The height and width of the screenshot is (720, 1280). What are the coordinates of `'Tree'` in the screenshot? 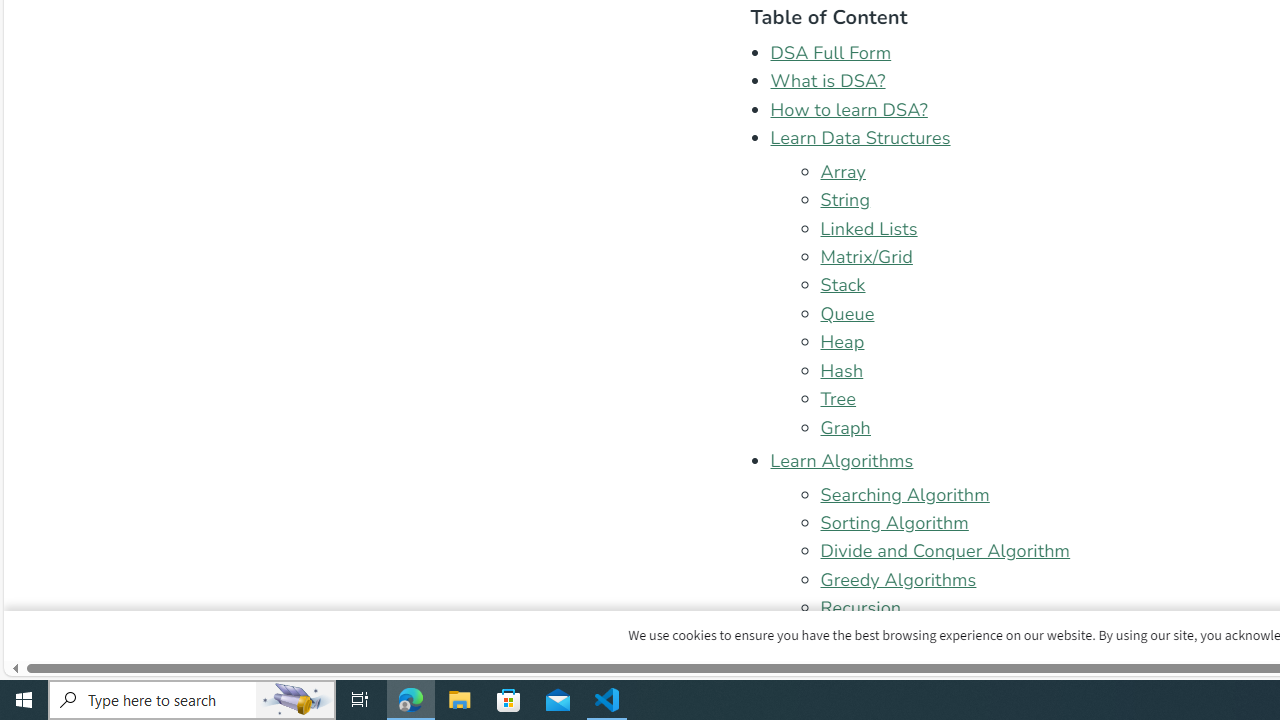 It's located at (839, 399).